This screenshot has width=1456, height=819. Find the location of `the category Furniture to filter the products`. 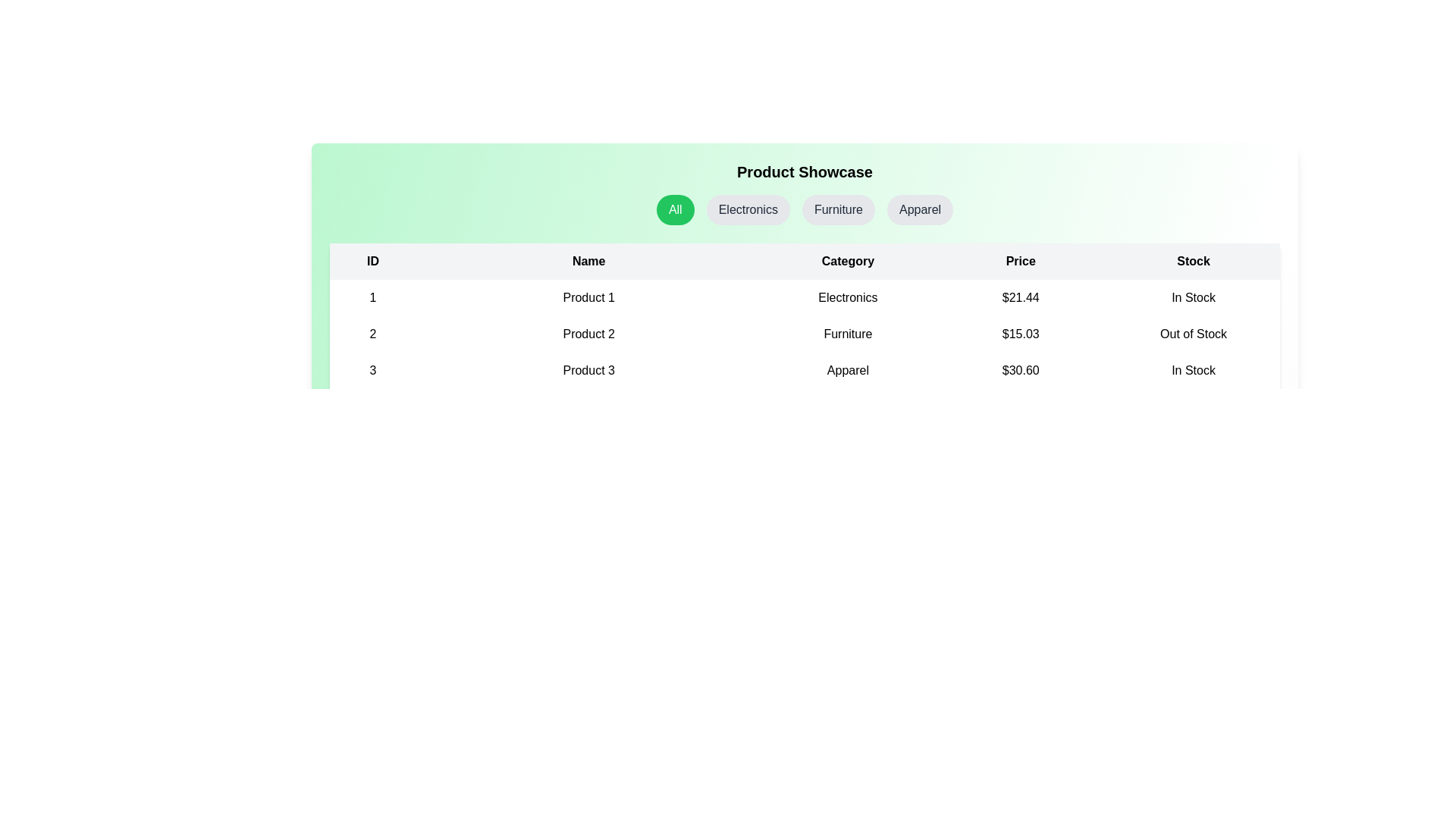

the category Furniture to filter the products is located at coordinates (837, 210).